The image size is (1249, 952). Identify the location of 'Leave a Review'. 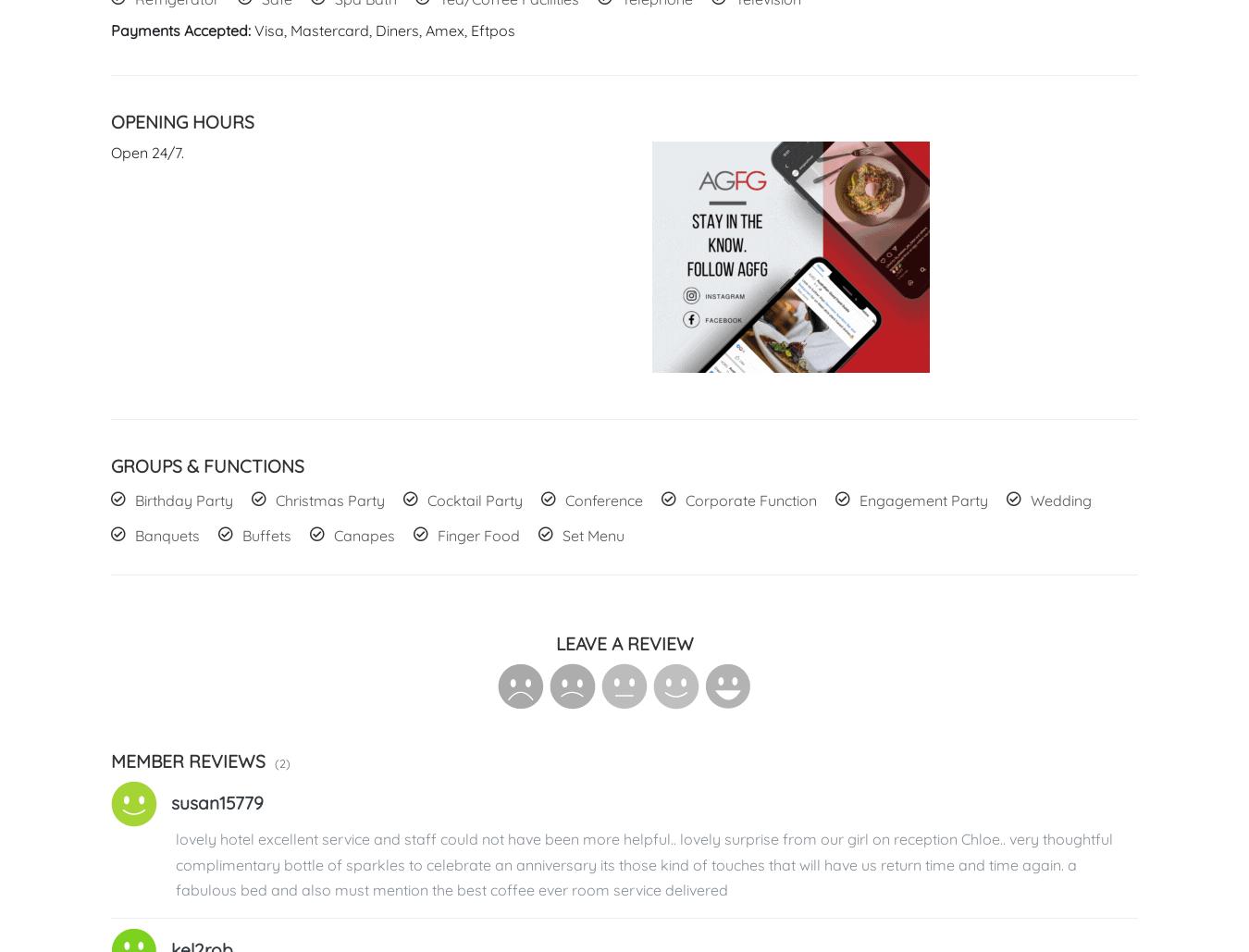
(624, 643).